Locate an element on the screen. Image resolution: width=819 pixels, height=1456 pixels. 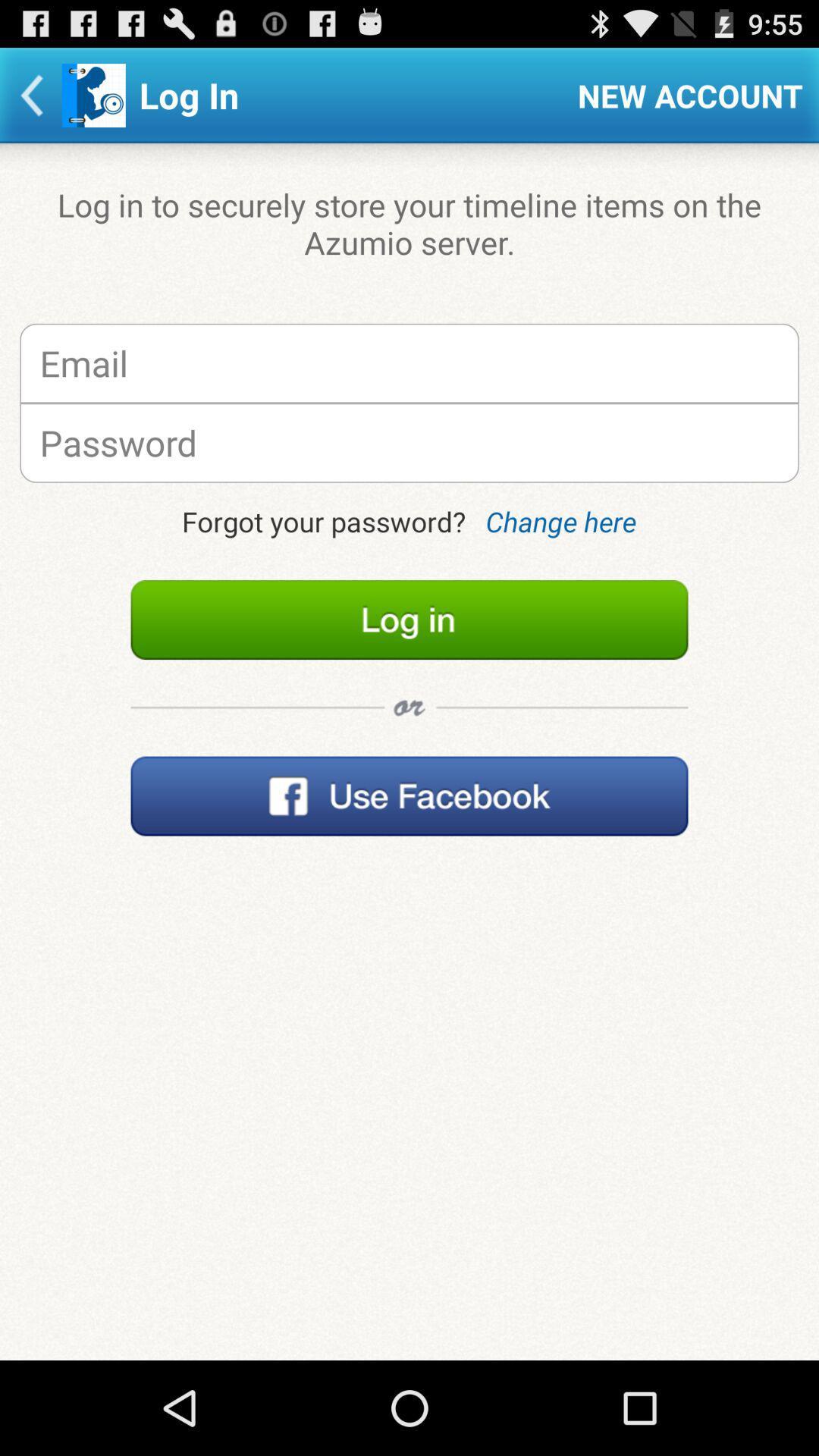
the item at the top right corner is located at coordinates (690, 94).